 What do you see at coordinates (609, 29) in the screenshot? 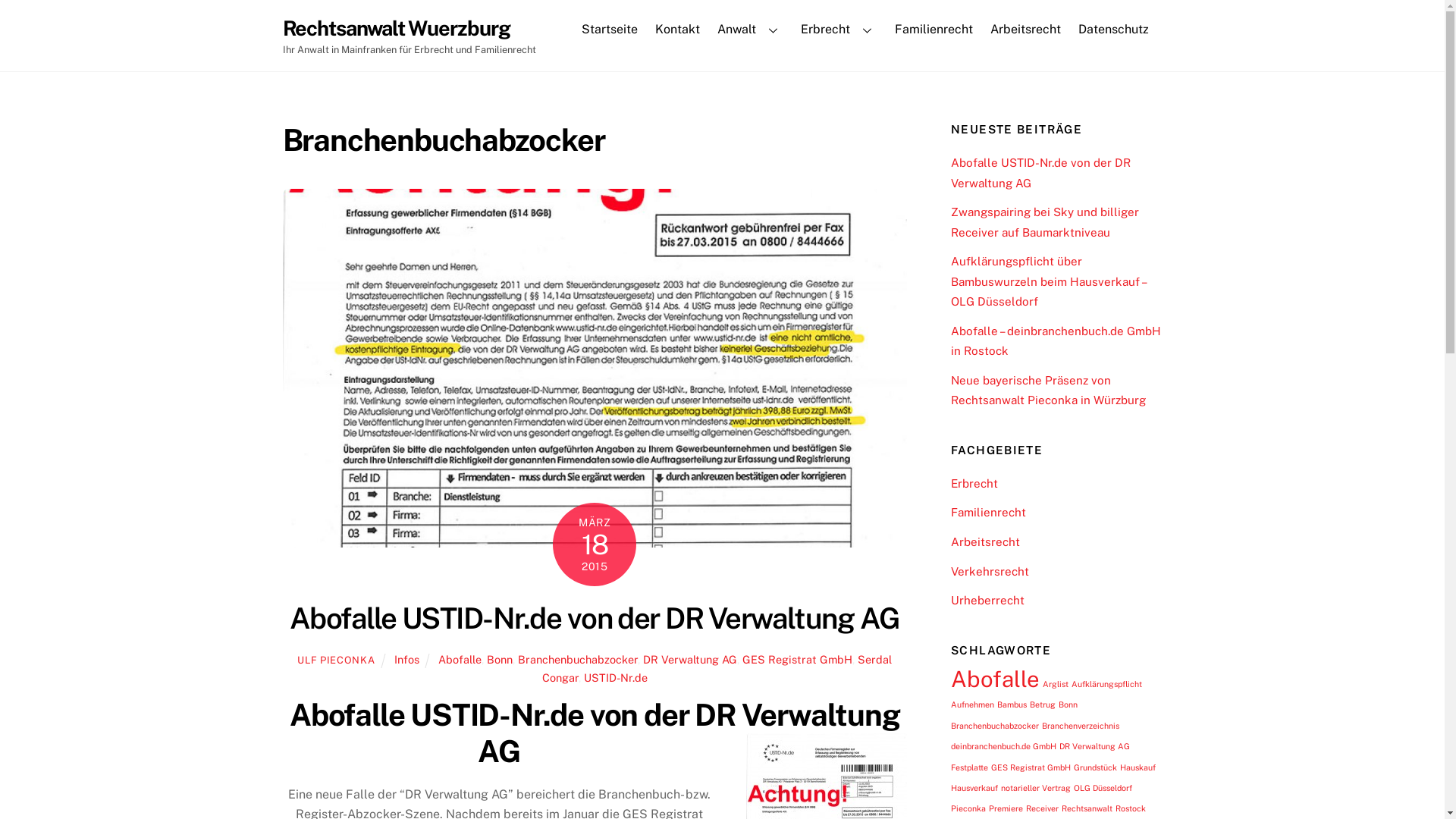
I see `'Startseite'` at bounding box center [609, 29].